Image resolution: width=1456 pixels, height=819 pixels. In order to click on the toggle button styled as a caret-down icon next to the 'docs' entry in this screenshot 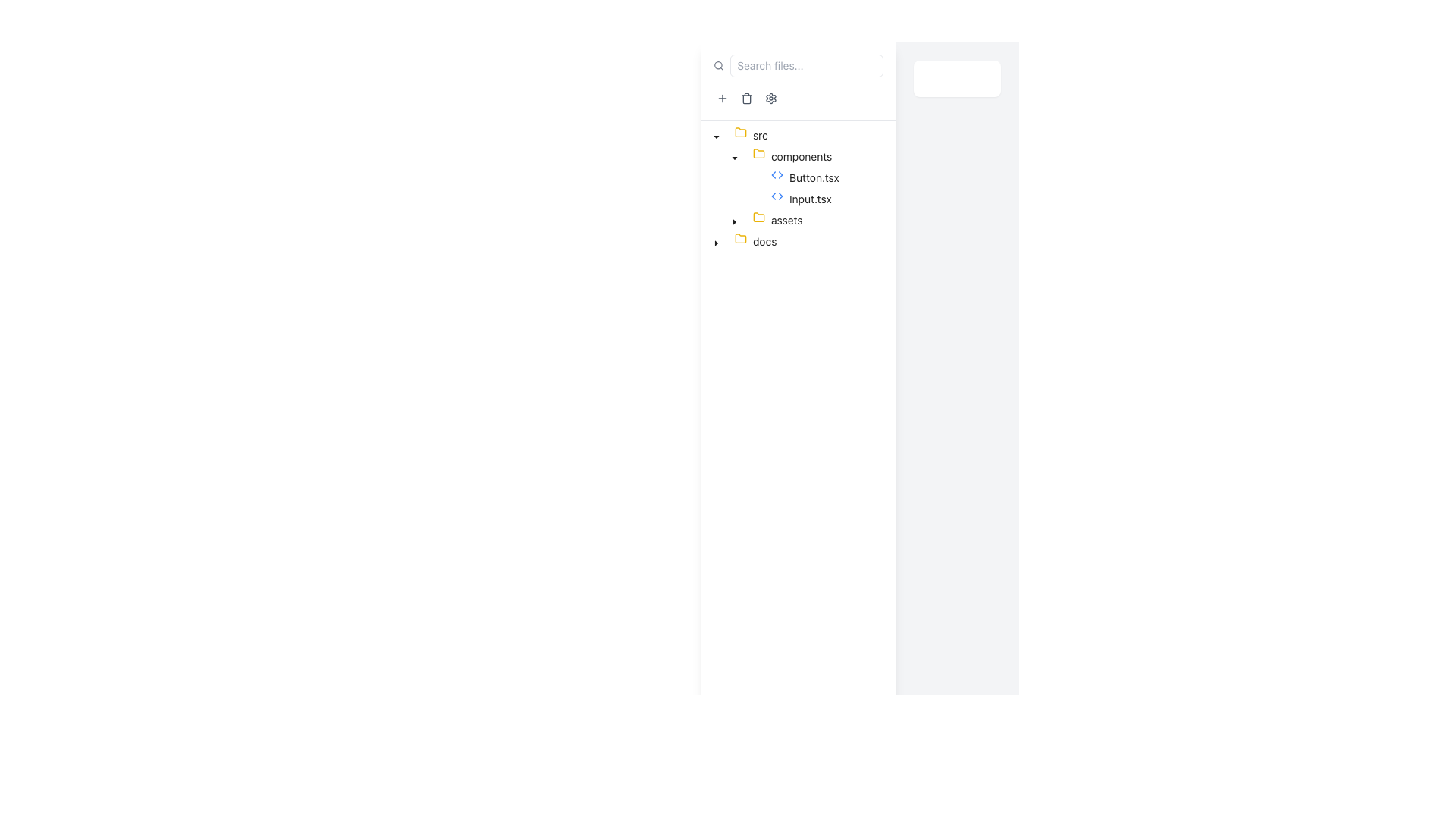, I will do `click(716, 242)`.